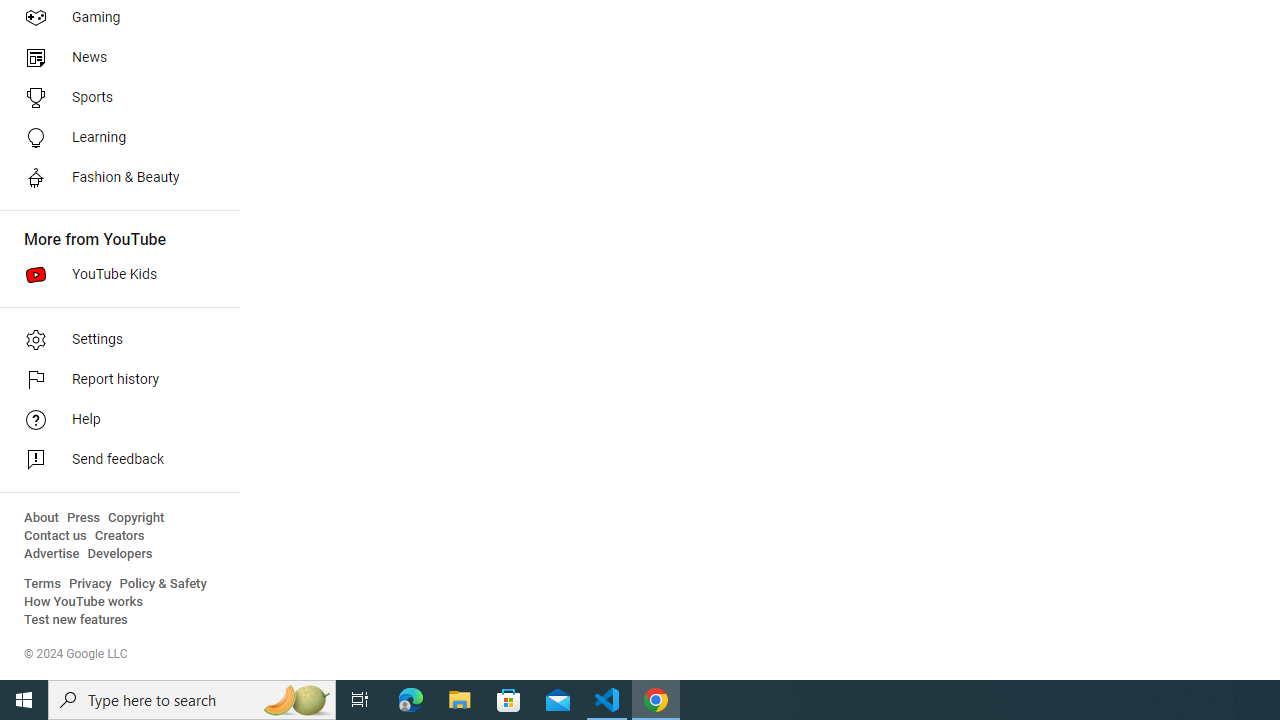 This screenshot has width=1280, height=720. What do you see at coordinates (112, 419) in the screenshot?
I see `'Help'` at bounding box center [112, 419].